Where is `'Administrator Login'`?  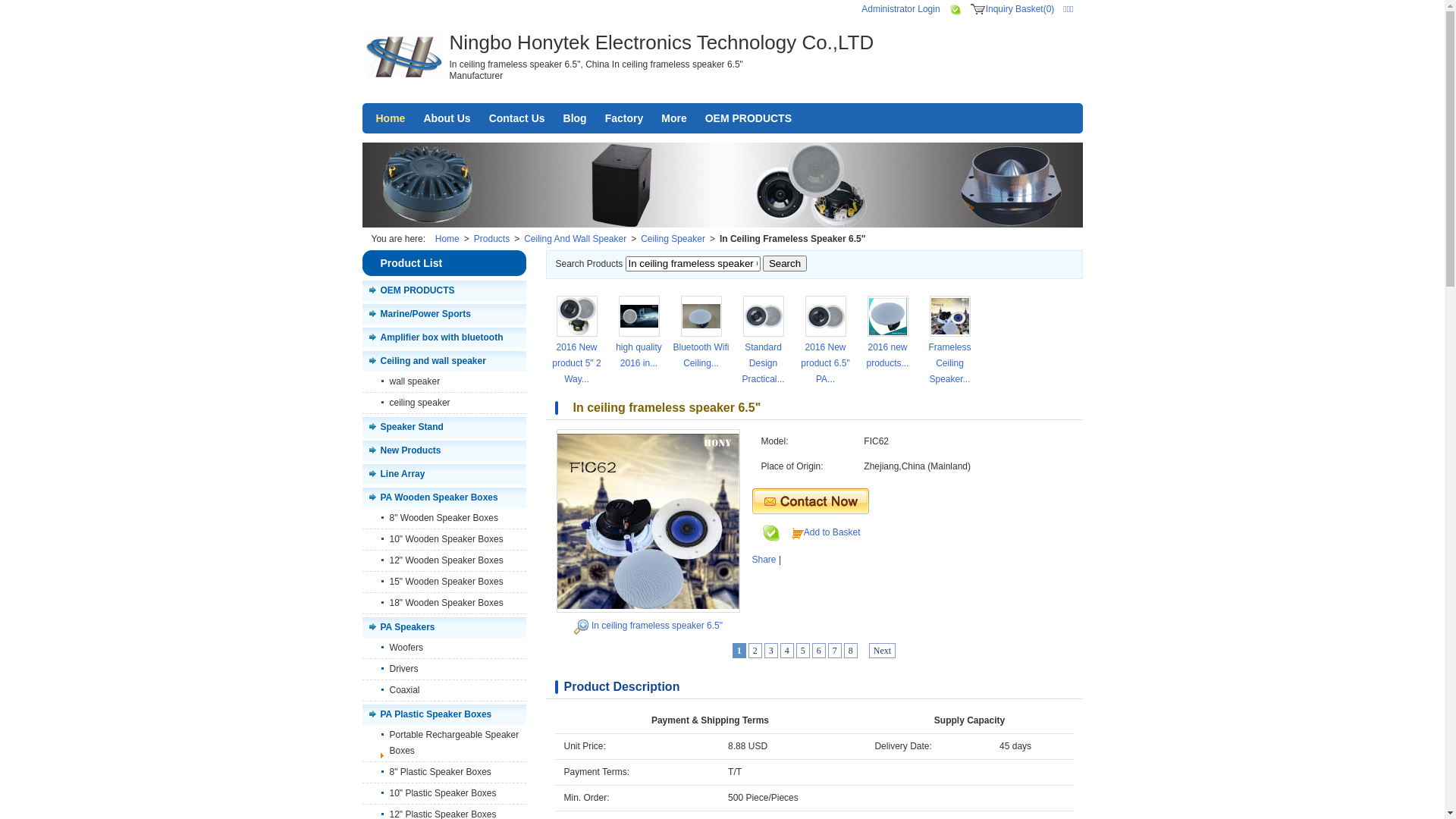 'Administrator Login' is located at coordinates (900, 8).